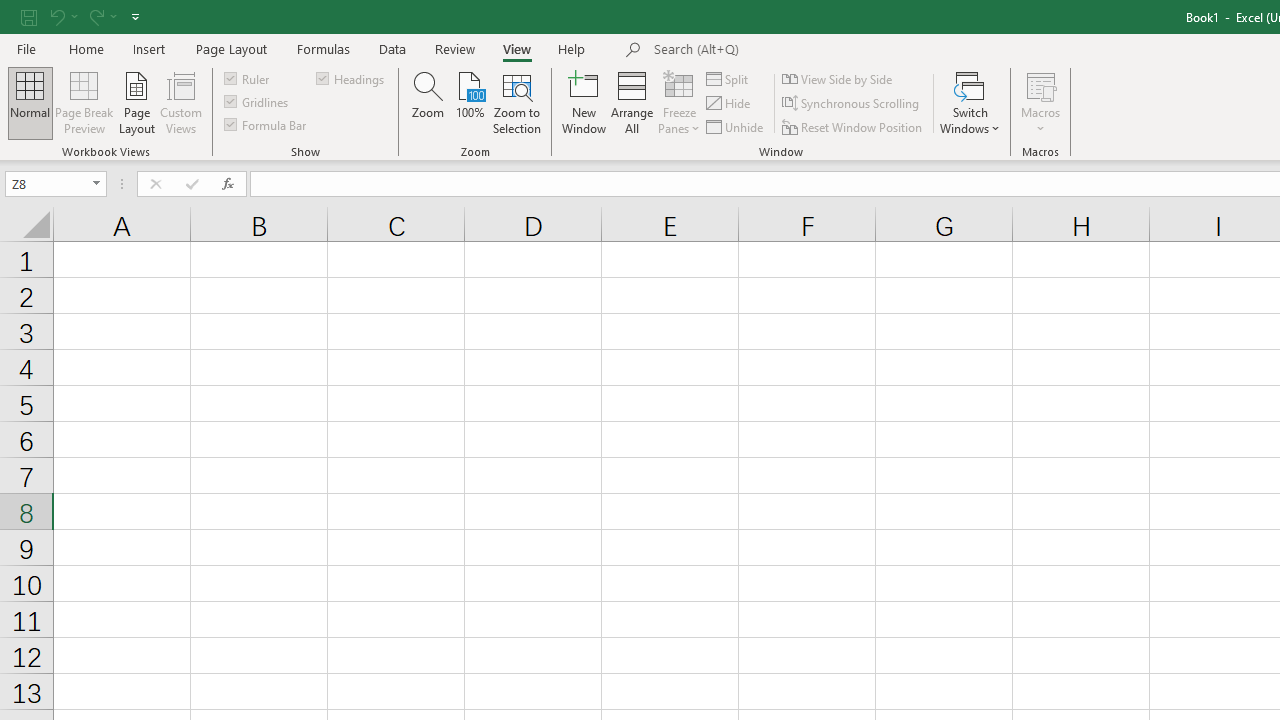 The width and height of the screenshot is (1280, 720). What do you see at coordinates (839, 78) in the screenshot?
I see `'View Side by Side'` at bounding box center [839, 78].